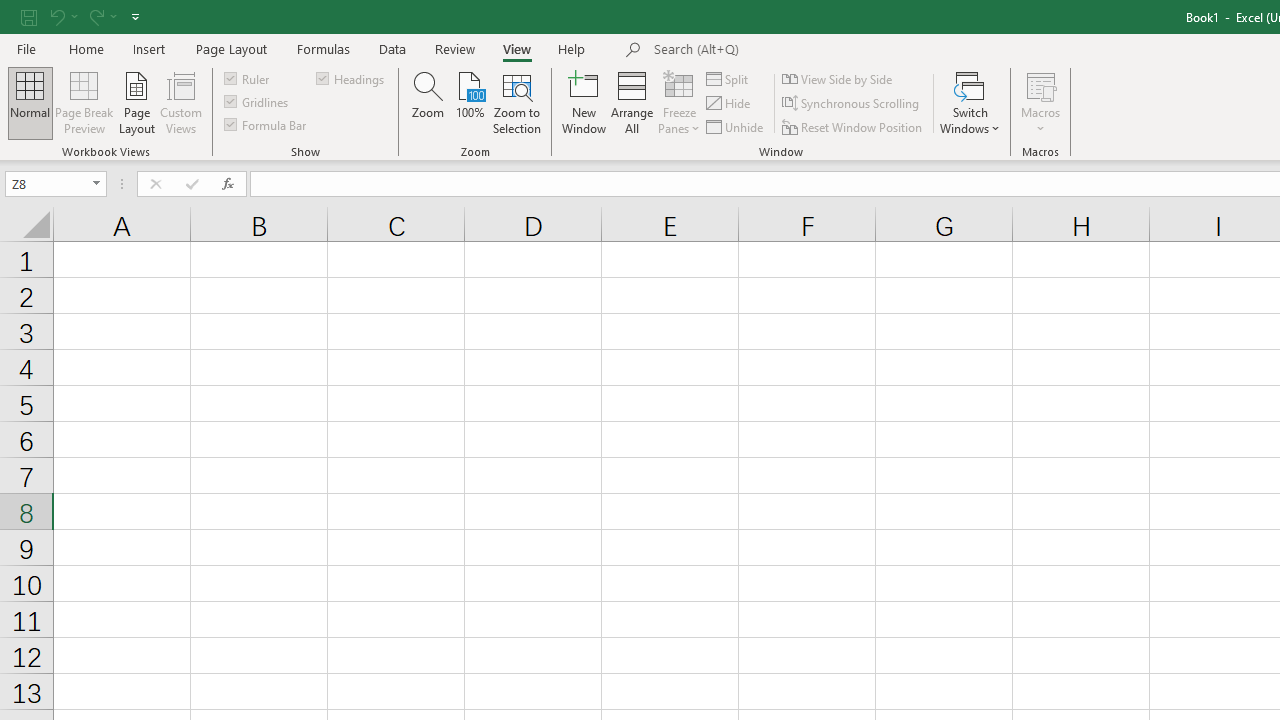 The width and height of the screenshot is (1280, 720). What do you see at coordinates (839, 78) in the screenshot?
I see `'View Side by Side'` at bounding box center [839, 78].